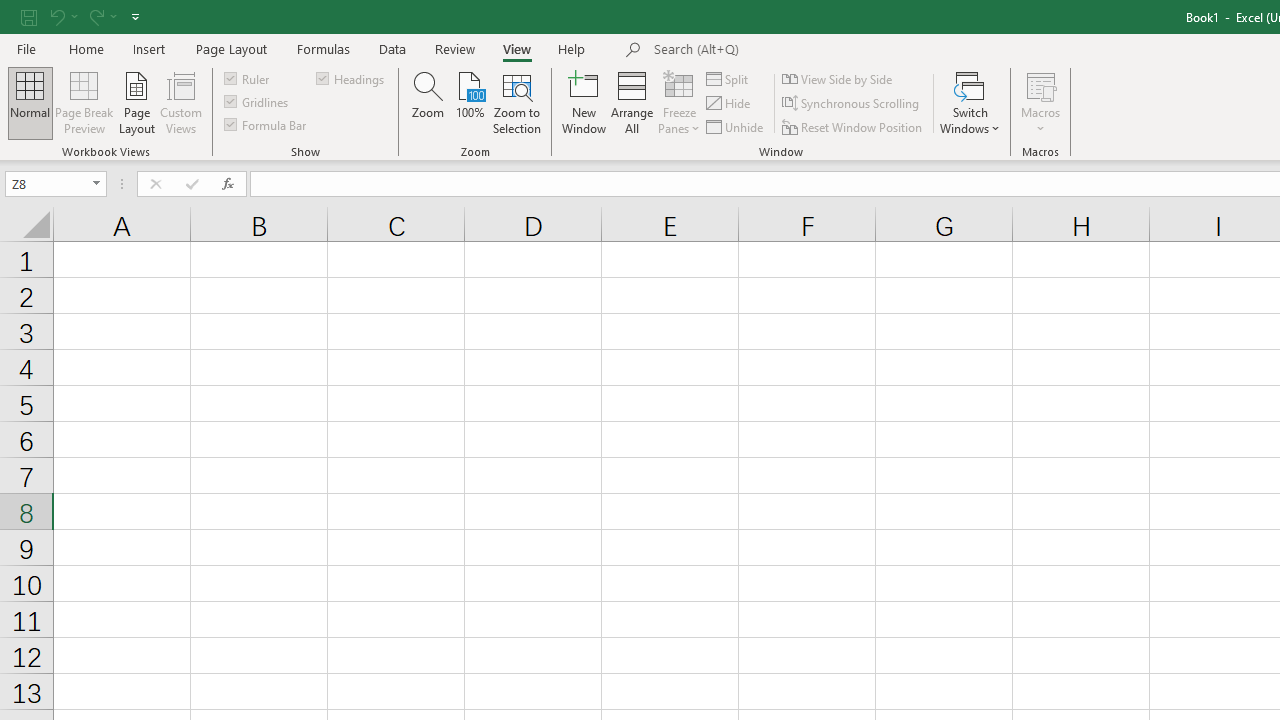 The width and height of the screenshot is (1280, 720). What do you see at coordinates (839, 78) in the screenshot?
I see `'View Side by Side'` at bounding box center [839, 78].